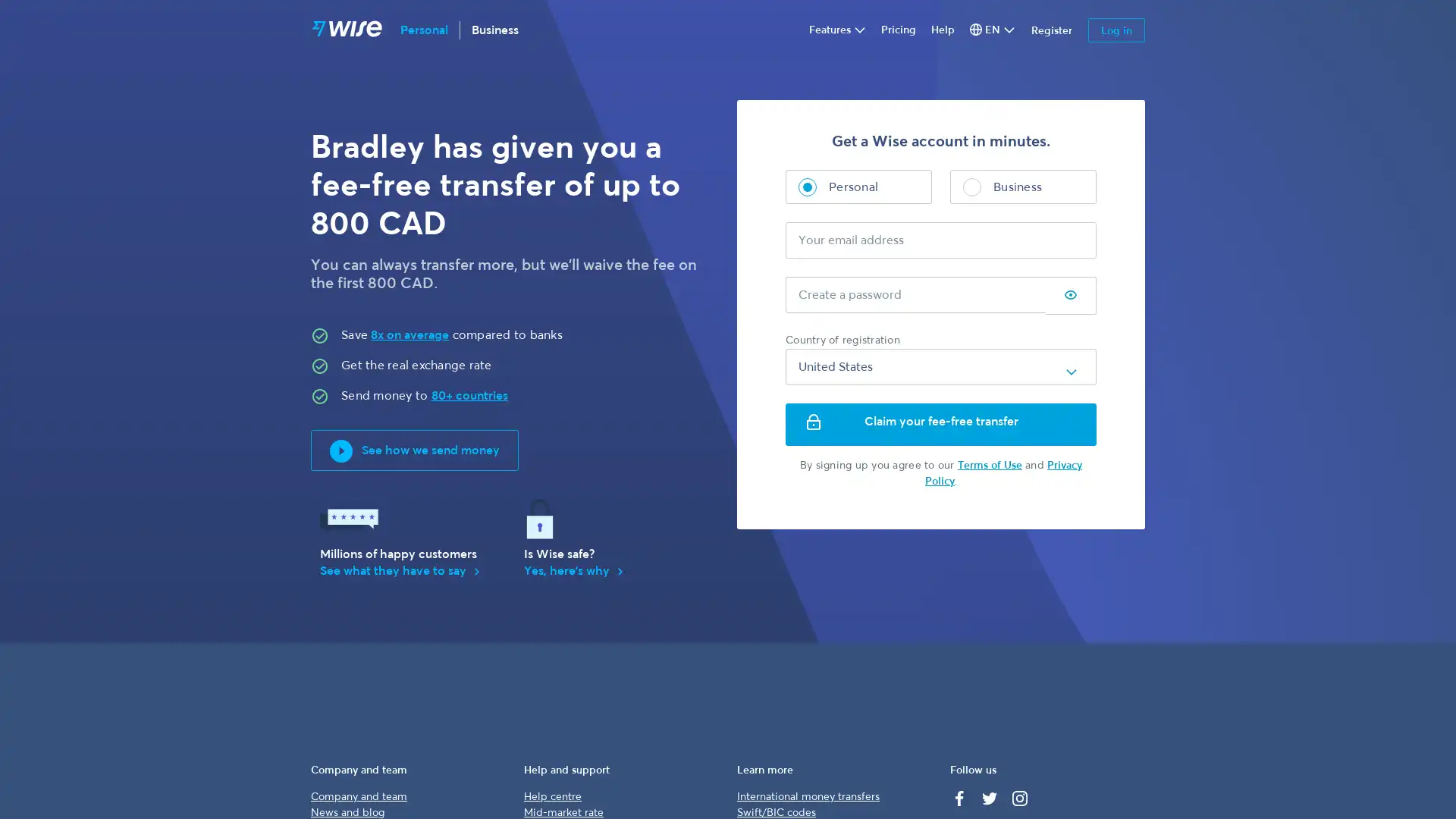  Describe the element at coordinates (1069, 296) in the screenshot. I see `Show password` at that location.